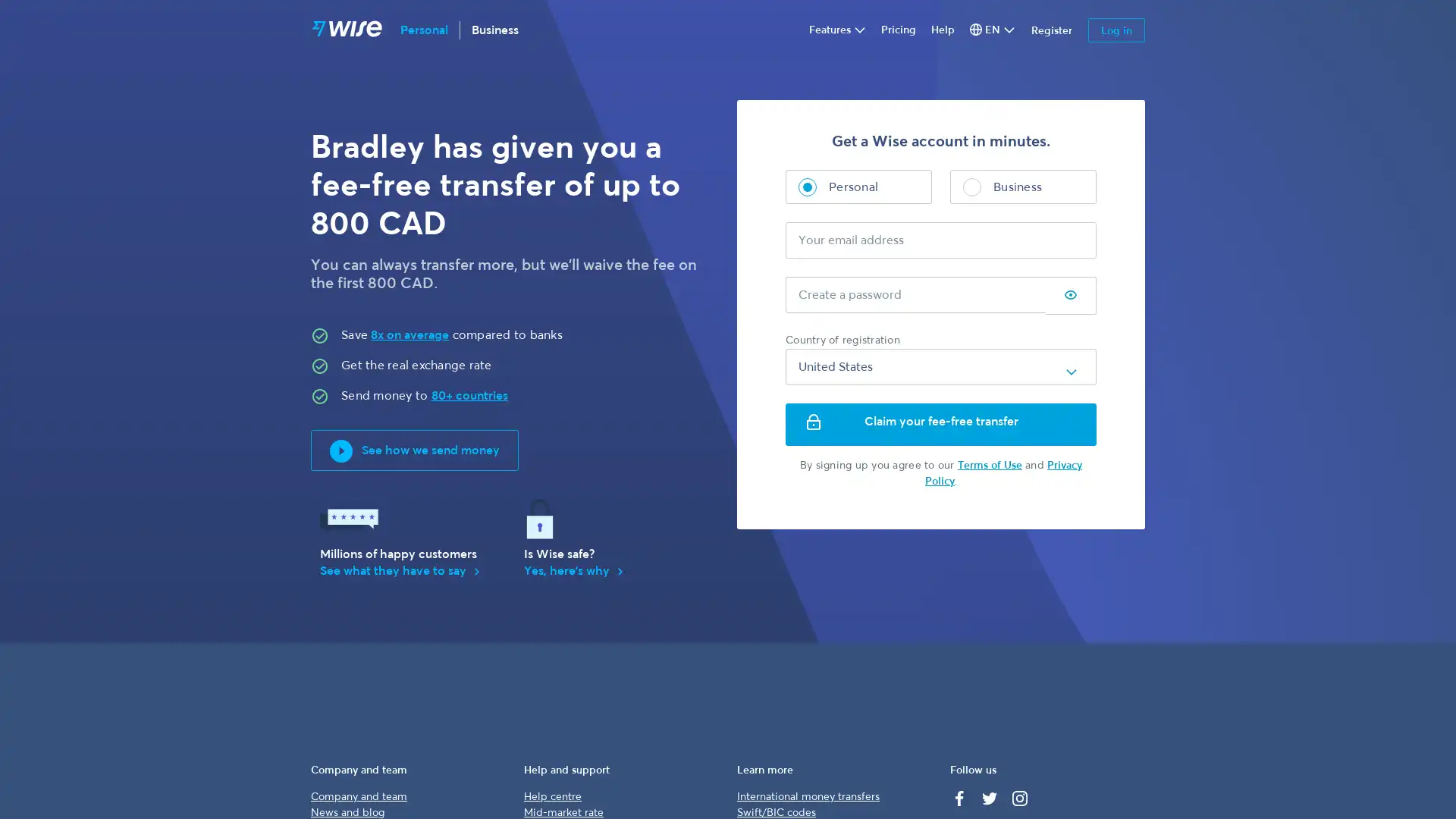  Describe the element at coordinates (1069, 296) in the screenshot. I see `Show password` at that location.